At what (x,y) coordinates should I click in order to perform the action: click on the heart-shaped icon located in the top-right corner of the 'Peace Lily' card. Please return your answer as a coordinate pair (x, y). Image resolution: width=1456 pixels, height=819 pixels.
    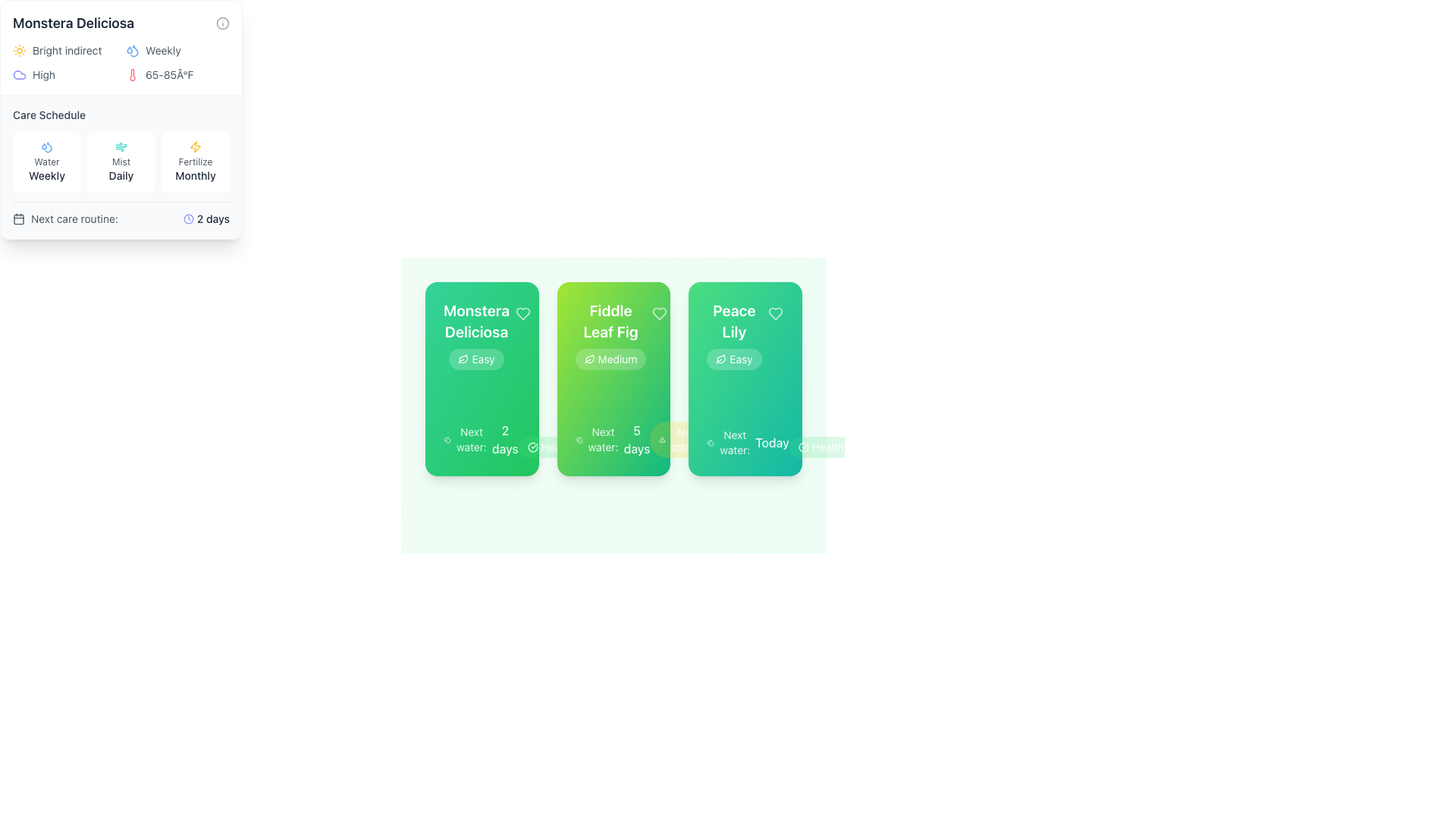
    Looking at the image, I should click on (775, 312).